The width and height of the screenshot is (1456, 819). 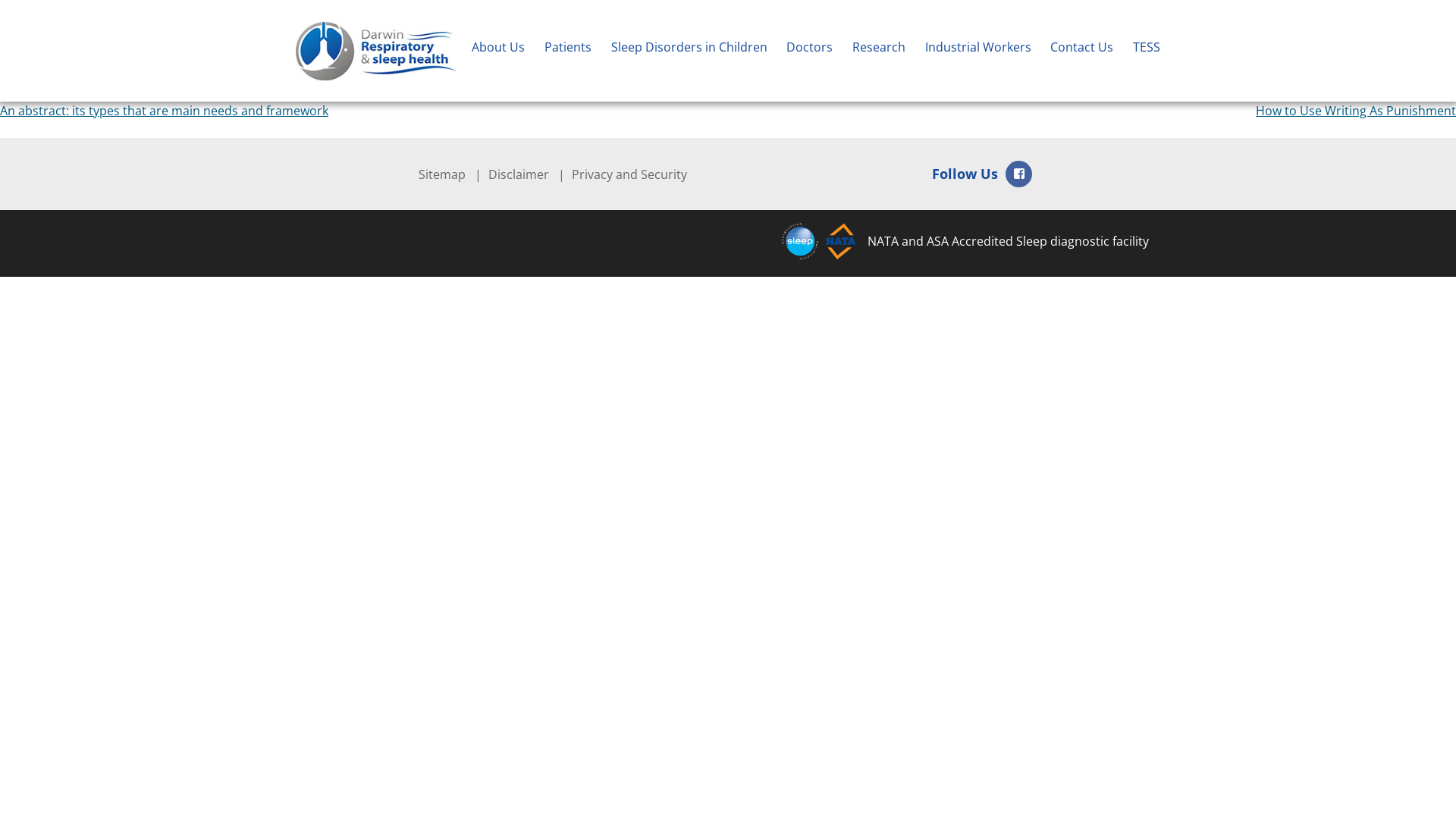 What do you see at coordinates (629, 172) in the screenshot?
I see `'Privacy and Security'` at bounding box center [629, 172].